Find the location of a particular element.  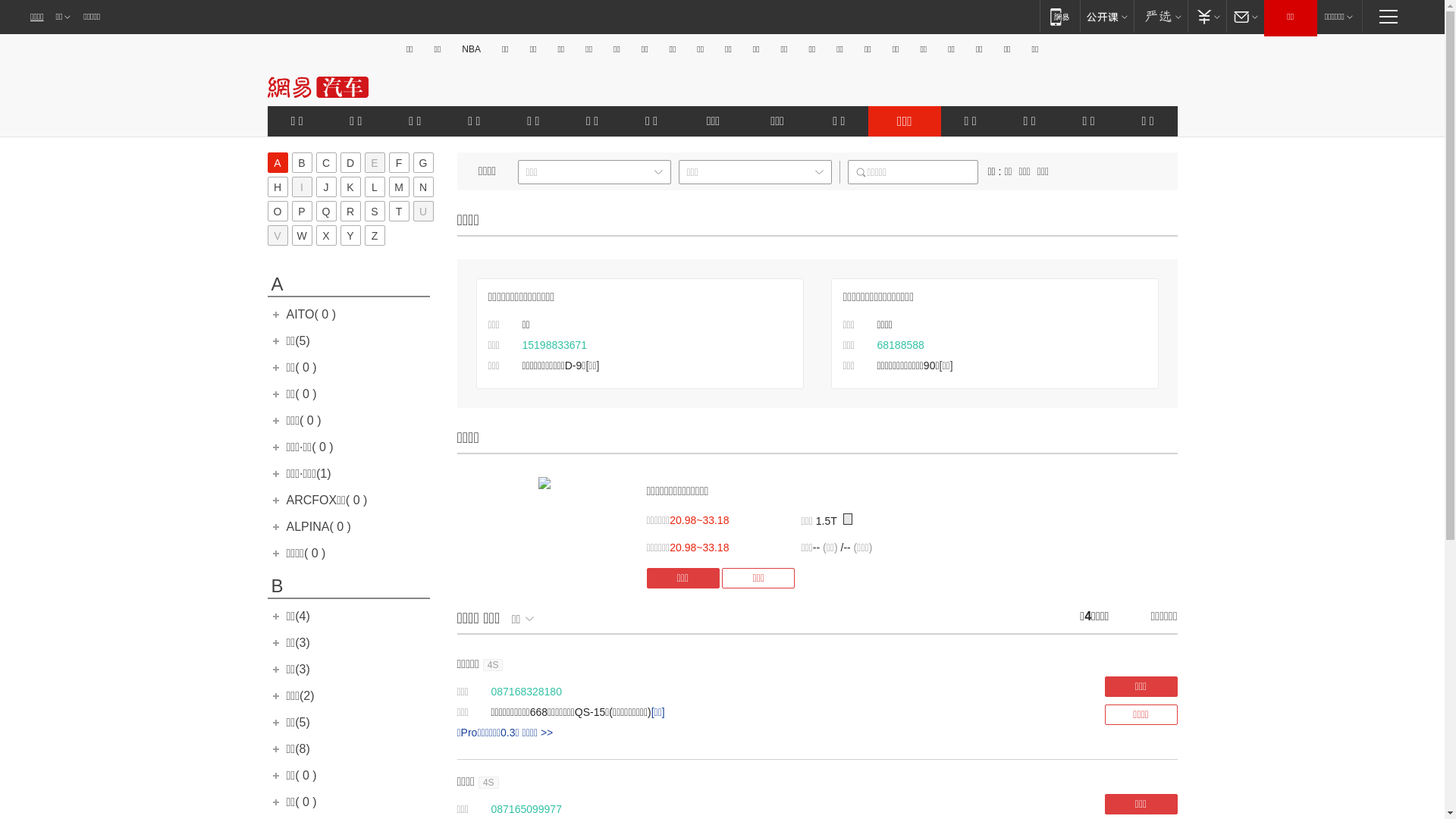

'S' is located at coordinates (374, 211).